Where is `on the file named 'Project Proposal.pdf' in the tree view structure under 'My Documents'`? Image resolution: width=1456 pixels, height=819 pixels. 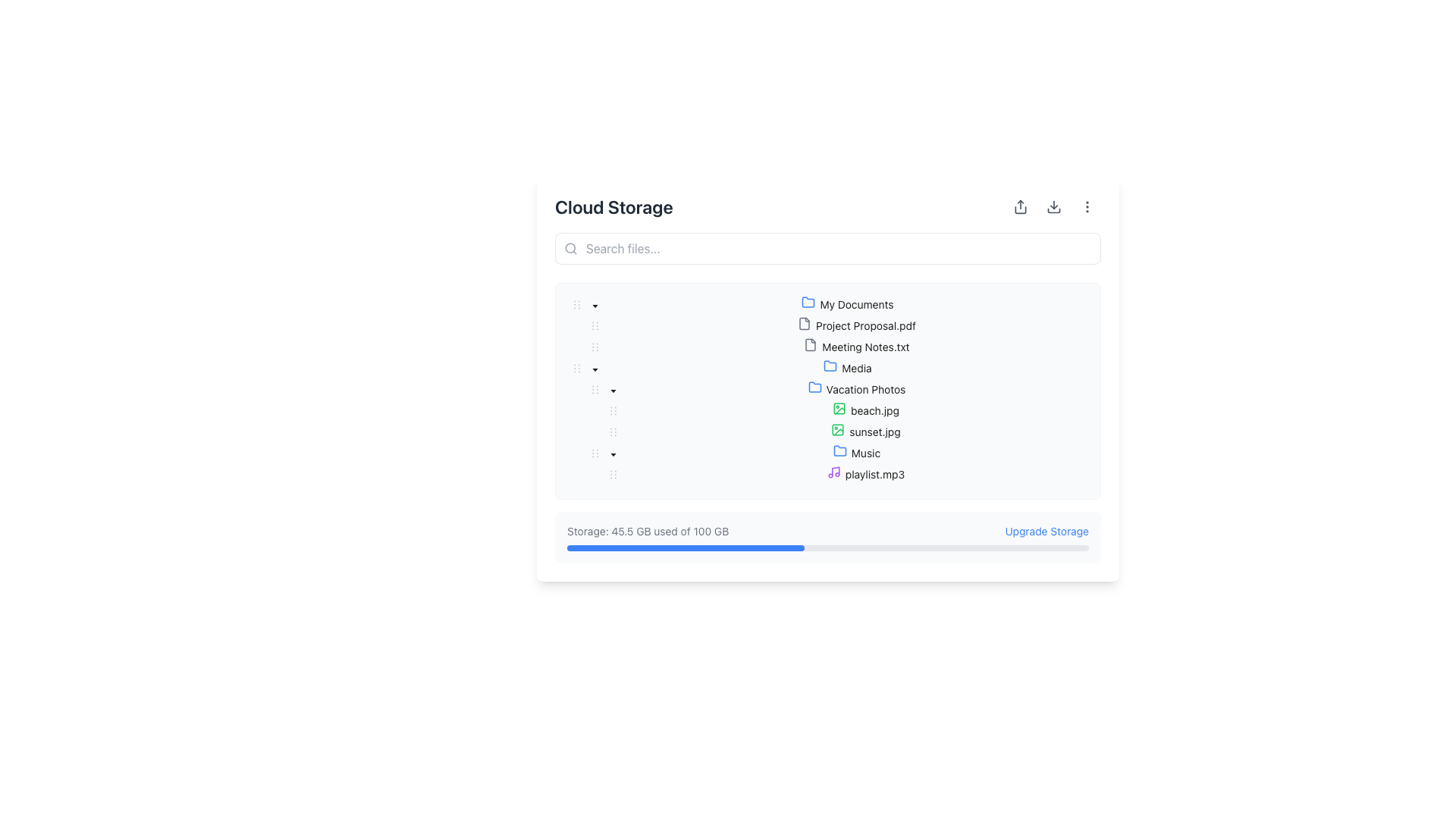 on the file named 'Project Proposal.pdf' in the tree view structure under 'My Documents' is located at coordinates (866, 325).